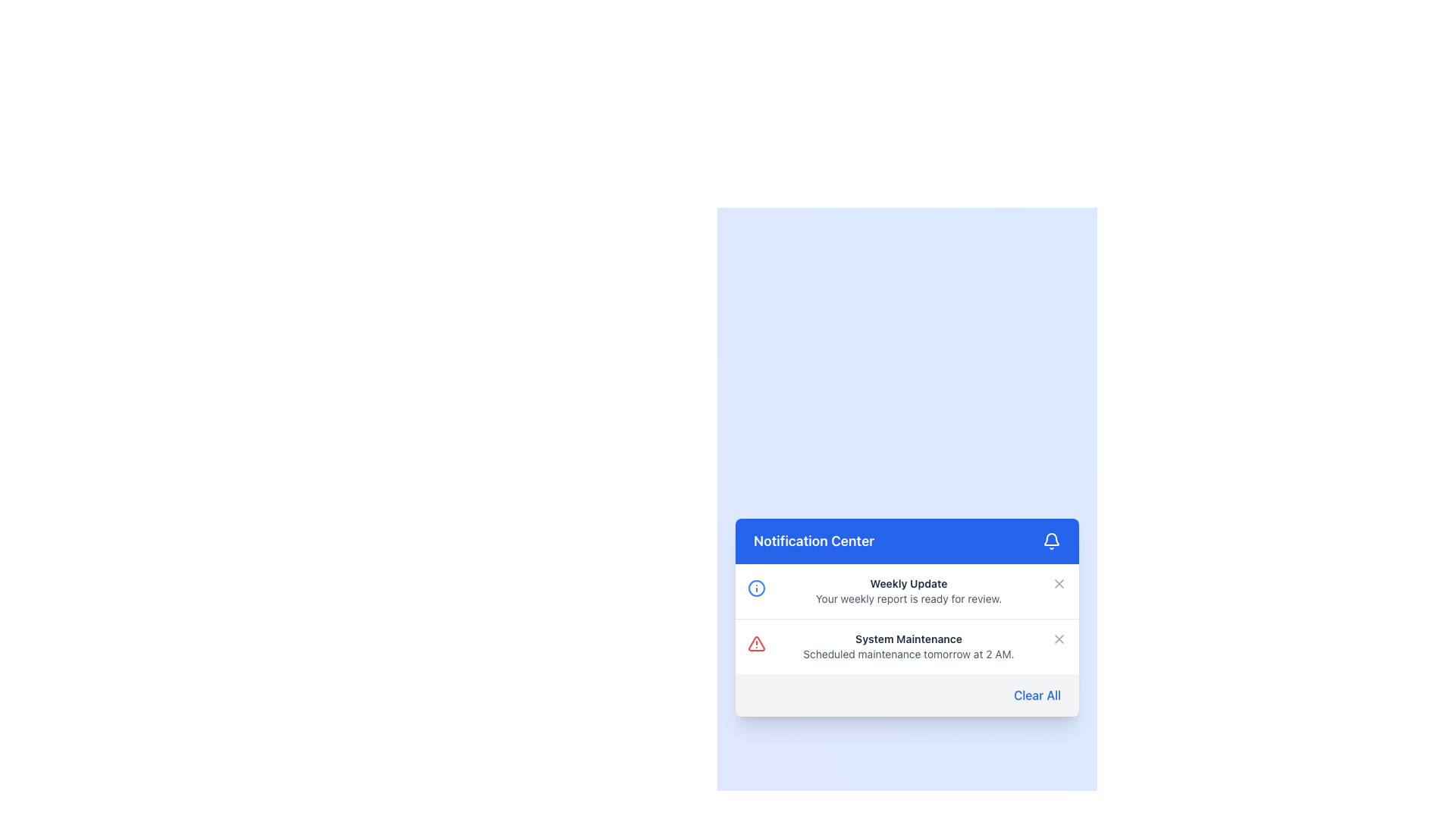  Describe the element at coordinates (757, 643) in the screenshot. I see `the warning icon next to the 'System Maintenance' notification in the second row of the notification list` at that location.